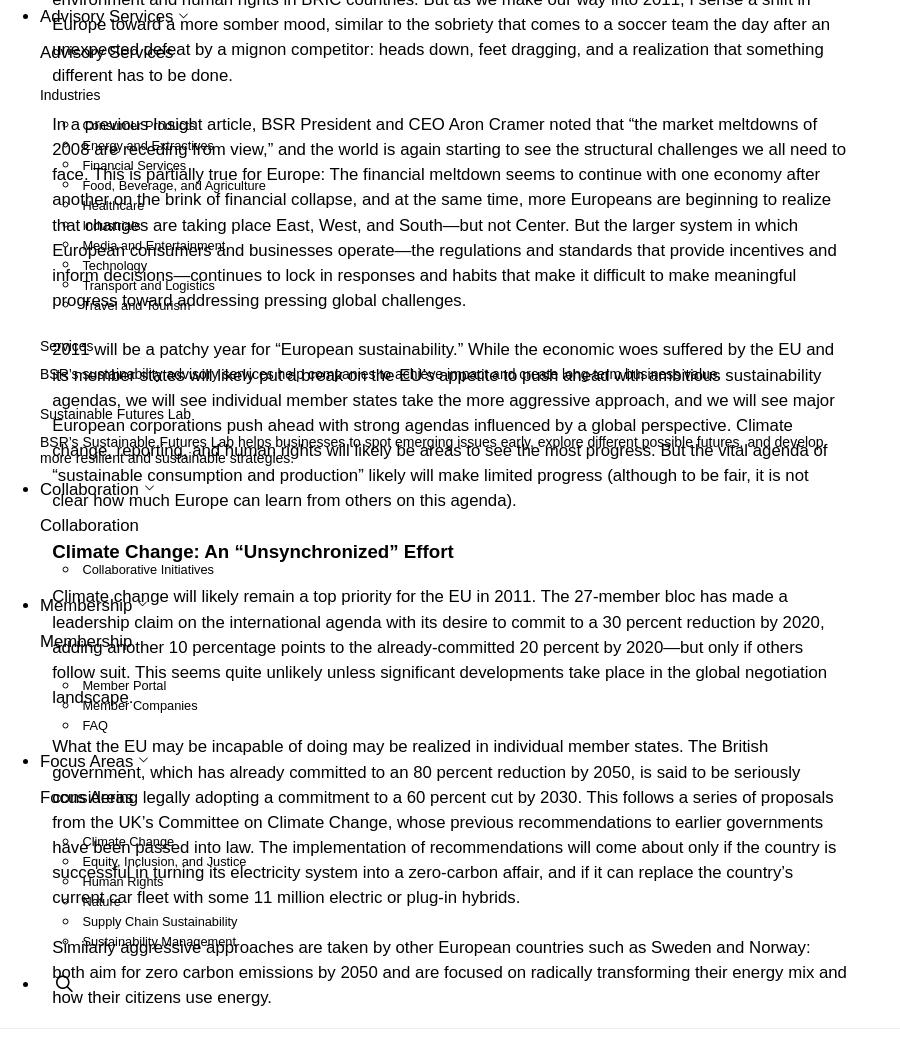  I want to click on 'Our People', so click(119, 837).